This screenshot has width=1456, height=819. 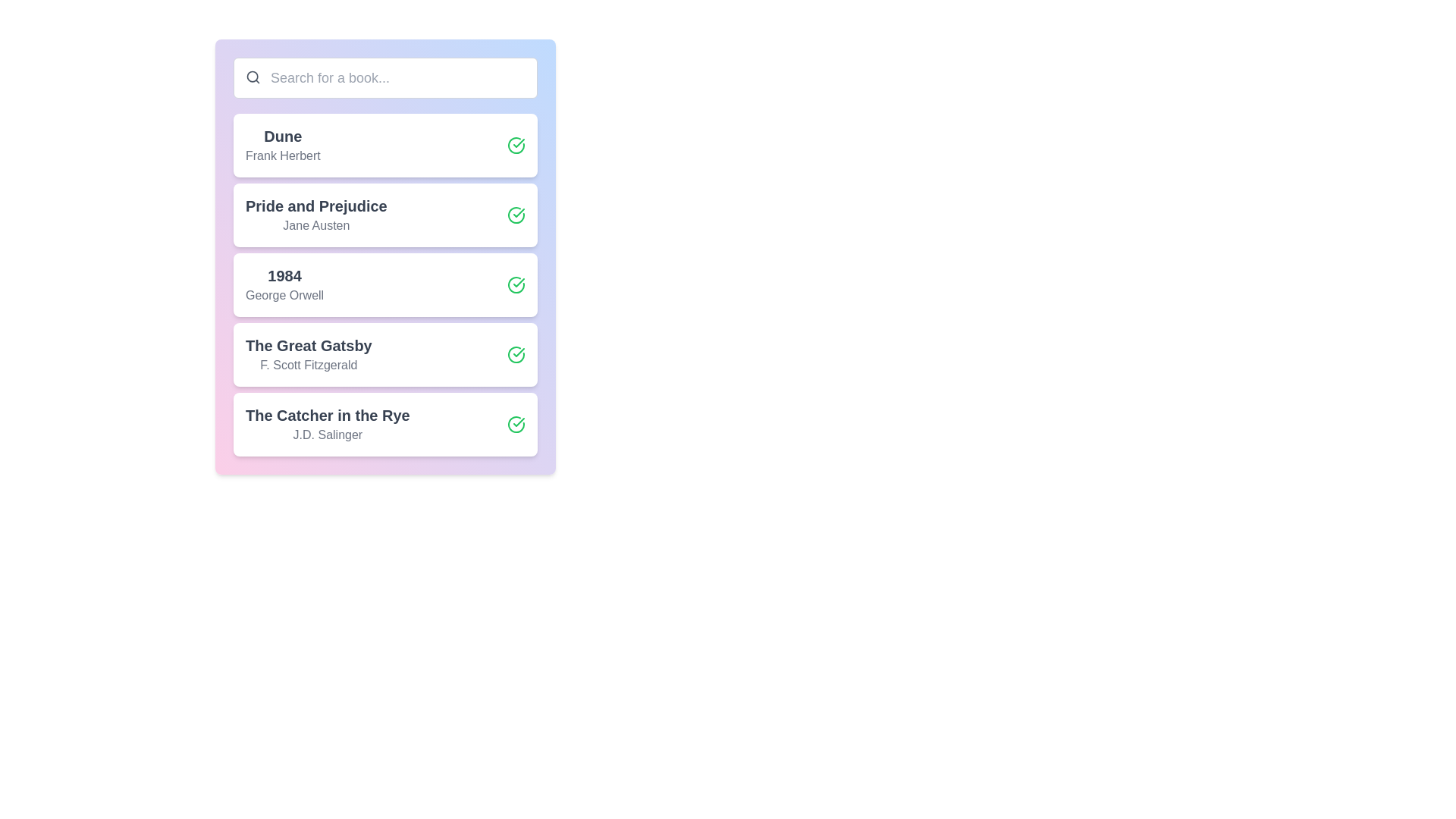 I want to click on the text label containing 'Dune', which is styled in bold gray (#4B5563) and positioned above 'Frank Herbert' in the list of clickable items, so click(x=283, y=136).